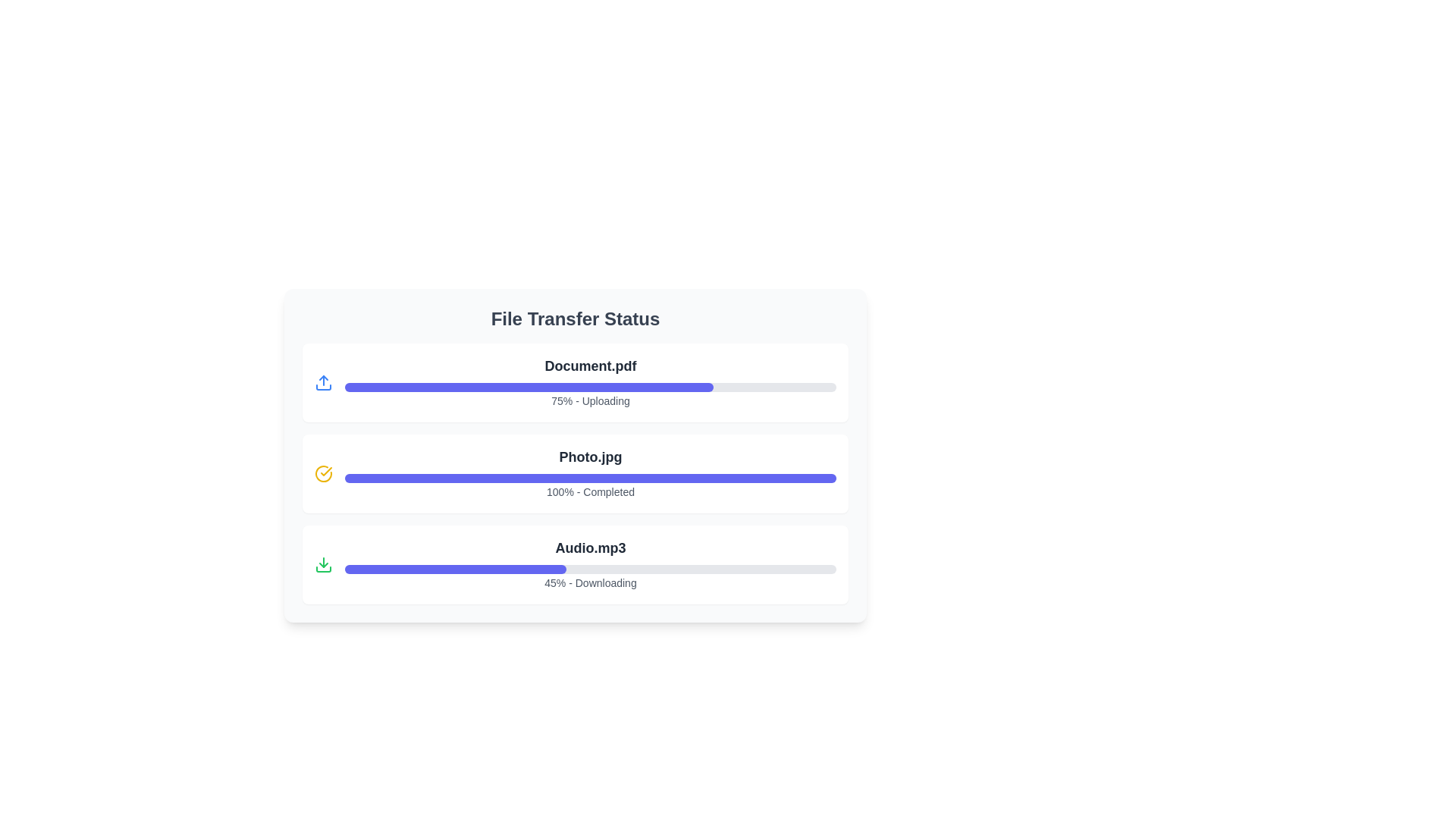  Describe the element at coordinates (589, 564) in the screenshot. I see `the progress bar for the file 'Audio.mp3', which shows 45% completion and is visually distinct with rounded edges and shadows` at that location.